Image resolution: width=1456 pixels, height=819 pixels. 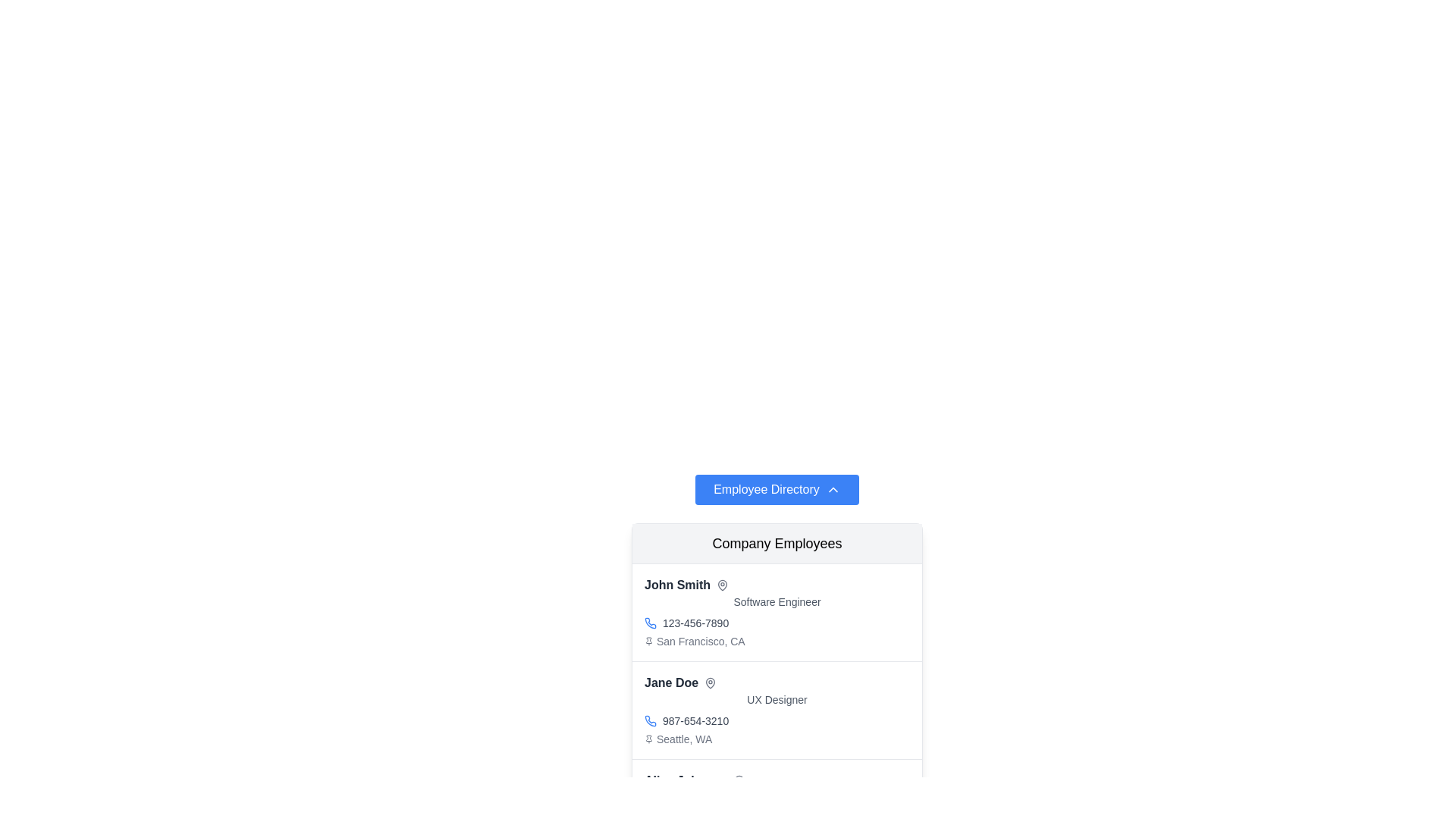 What do you see at coordinates (777, 739) in the screenshot?
I see `the location information` at bounding box center [777, 739].